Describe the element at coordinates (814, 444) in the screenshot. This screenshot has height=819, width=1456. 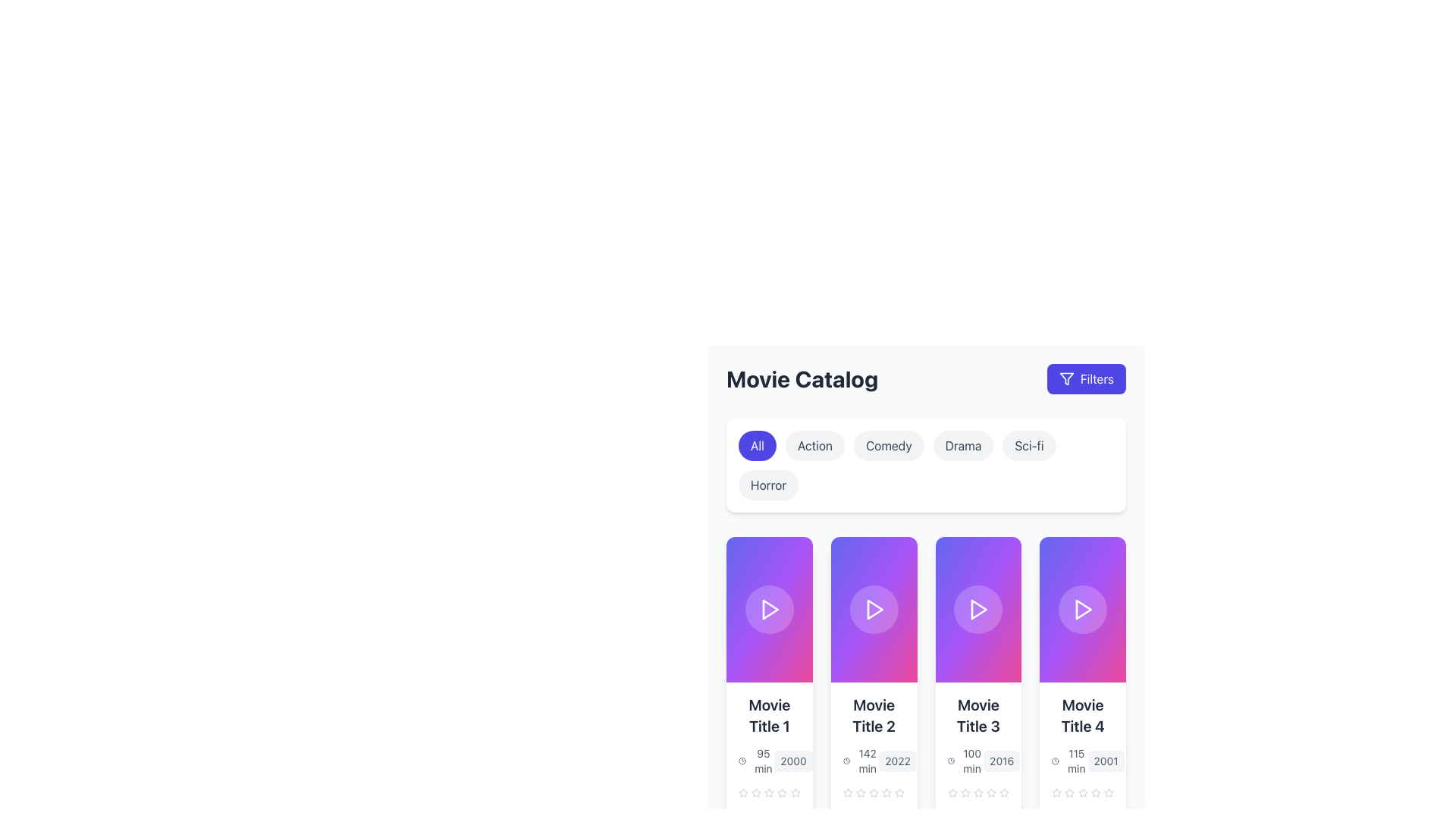
I see `the 'Action' category filter button in the movie catalog` at that location.